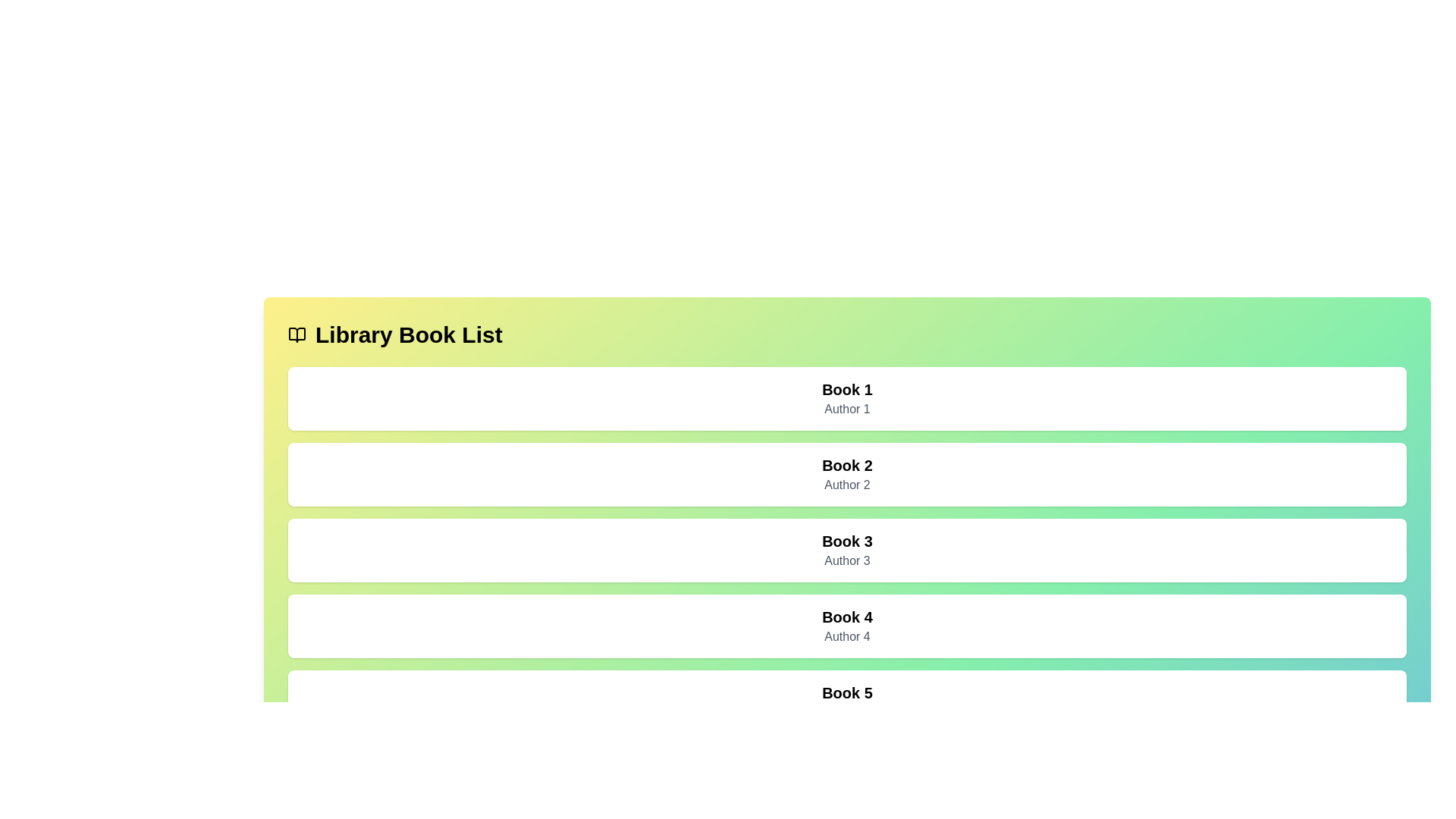 This screenshot has width=1456, height=819. I want to click on the text label displaying 'Author 4', which is styled in gray and located below 'Book 4' in the list of book records, so click(846, 637).